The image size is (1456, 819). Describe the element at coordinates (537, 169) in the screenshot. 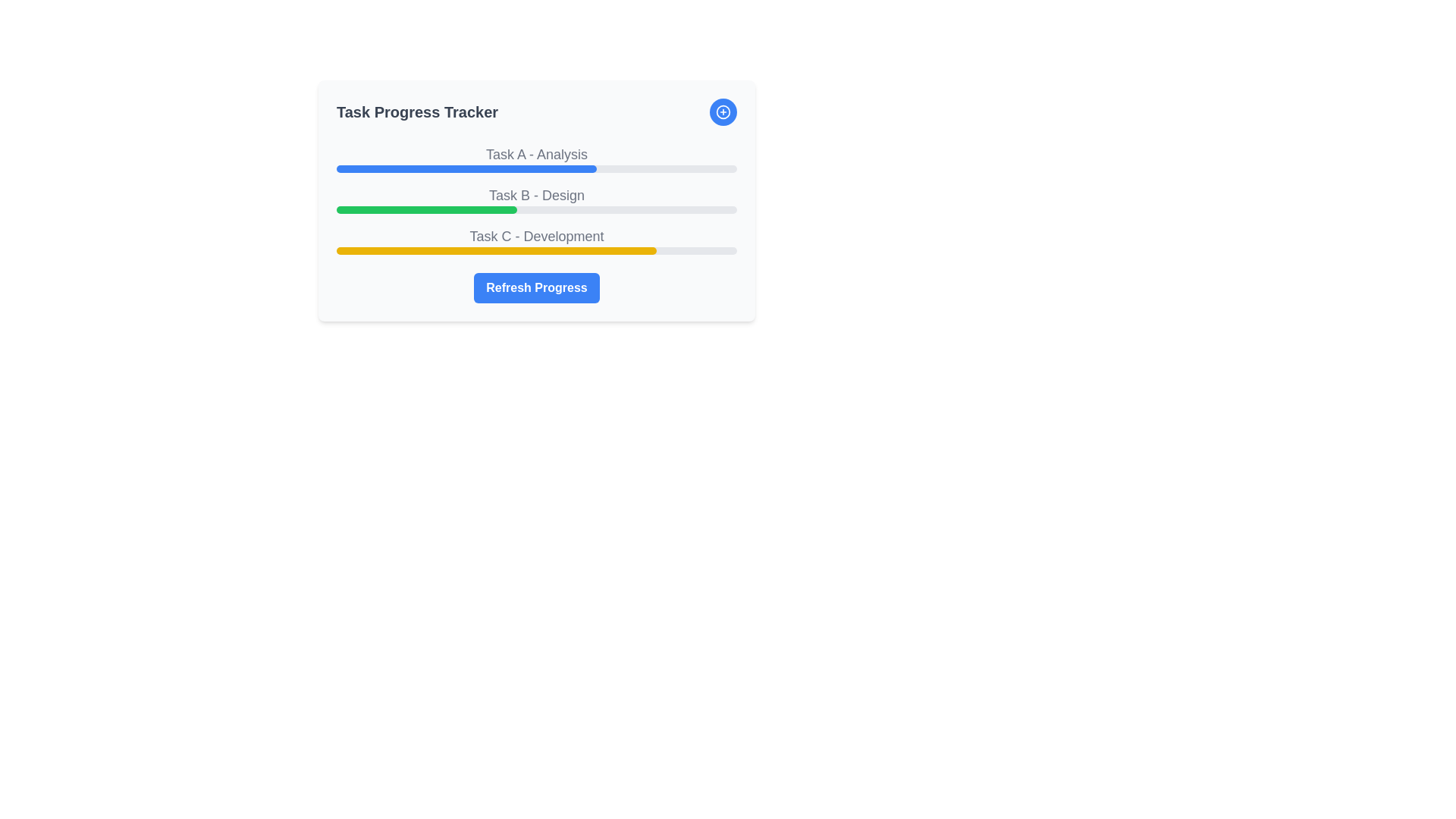

I see `the progress bar indicating the completion status for 'Task A - Analysis.'` at that location.